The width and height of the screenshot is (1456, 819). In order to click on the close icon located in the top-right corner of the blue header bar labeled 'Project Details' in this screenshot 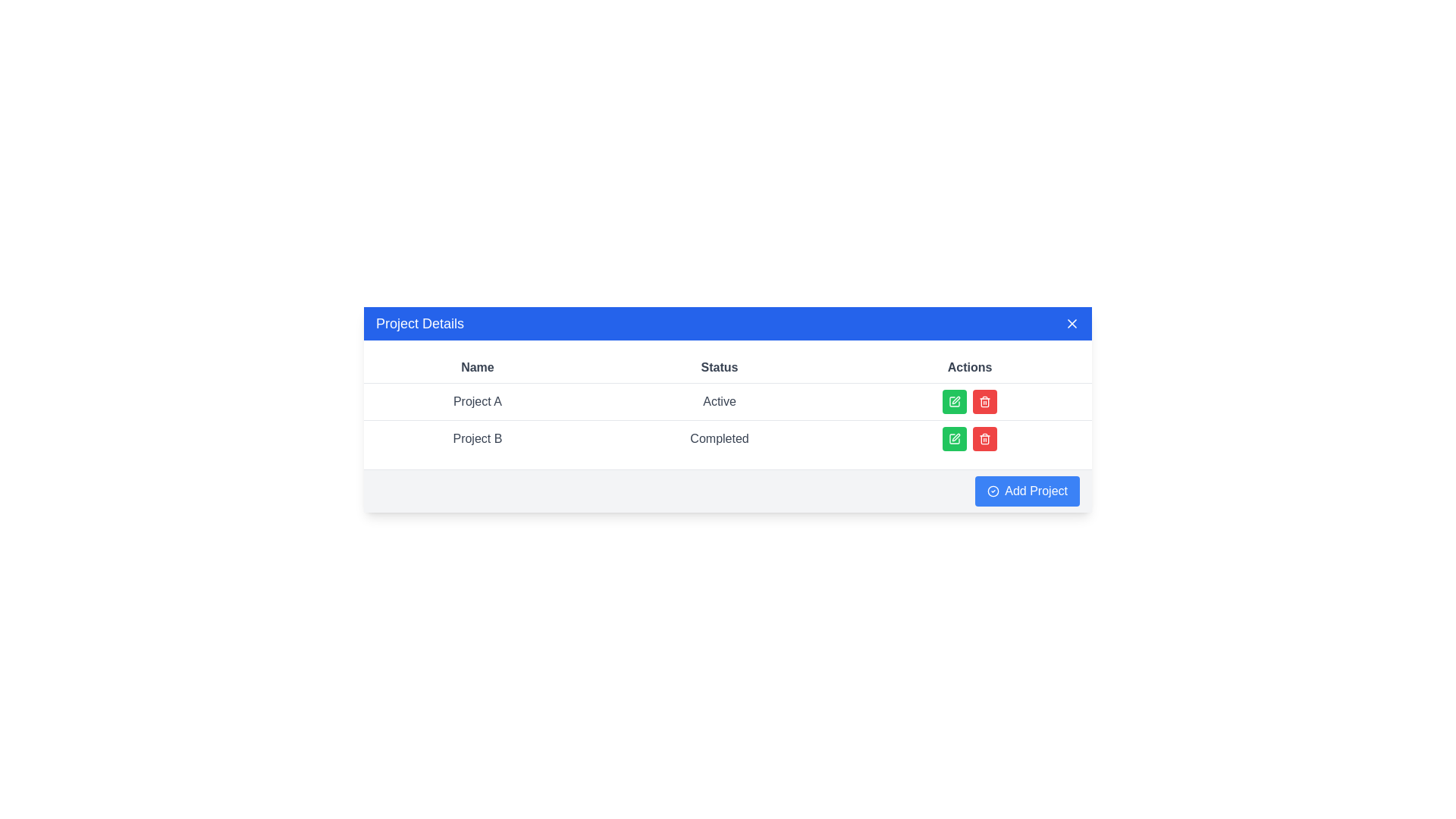, I will do `click(1072, 322)`.